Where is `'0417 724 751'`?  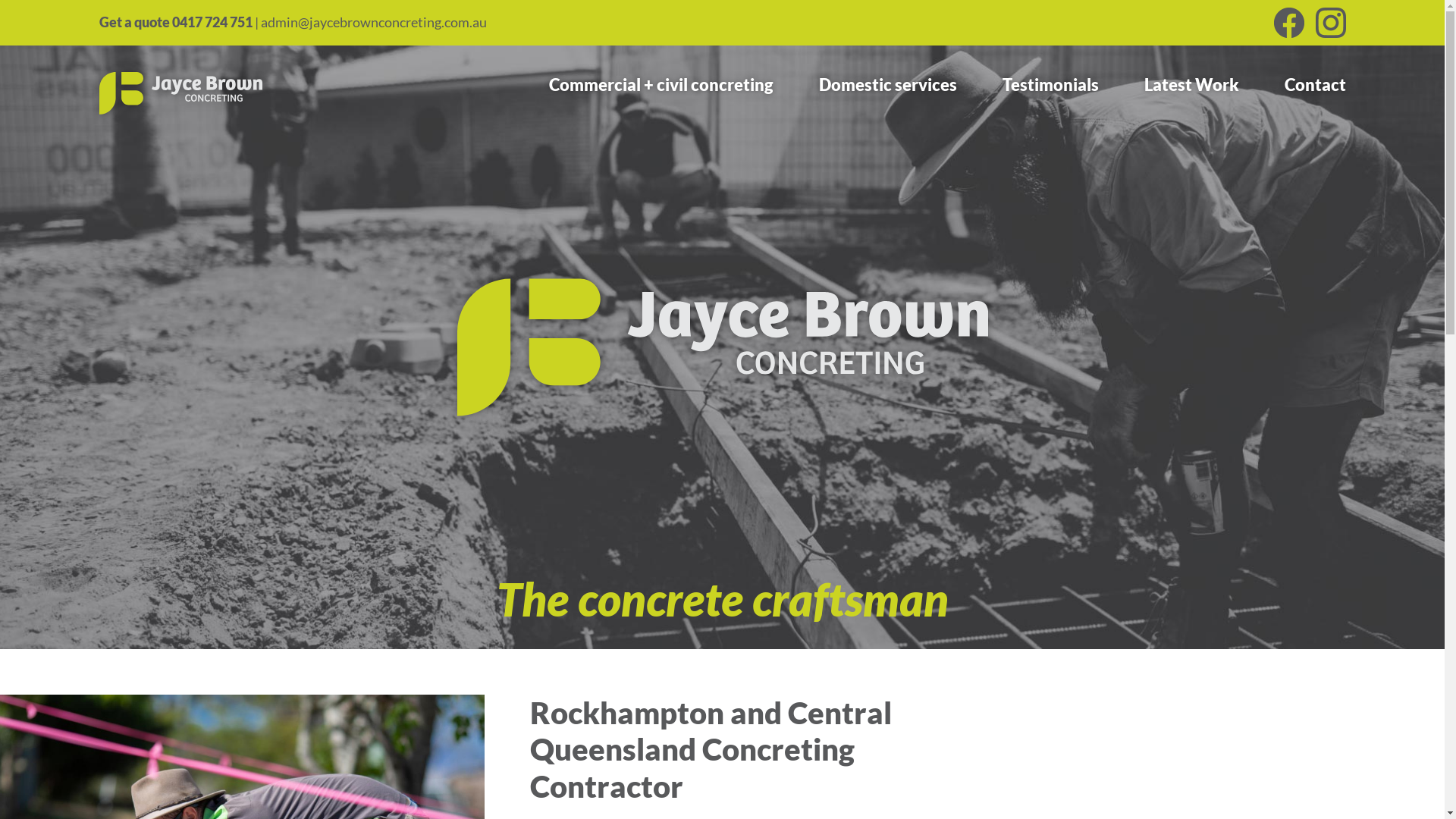
'0417 724 751' is located at coordinates (210, 22).